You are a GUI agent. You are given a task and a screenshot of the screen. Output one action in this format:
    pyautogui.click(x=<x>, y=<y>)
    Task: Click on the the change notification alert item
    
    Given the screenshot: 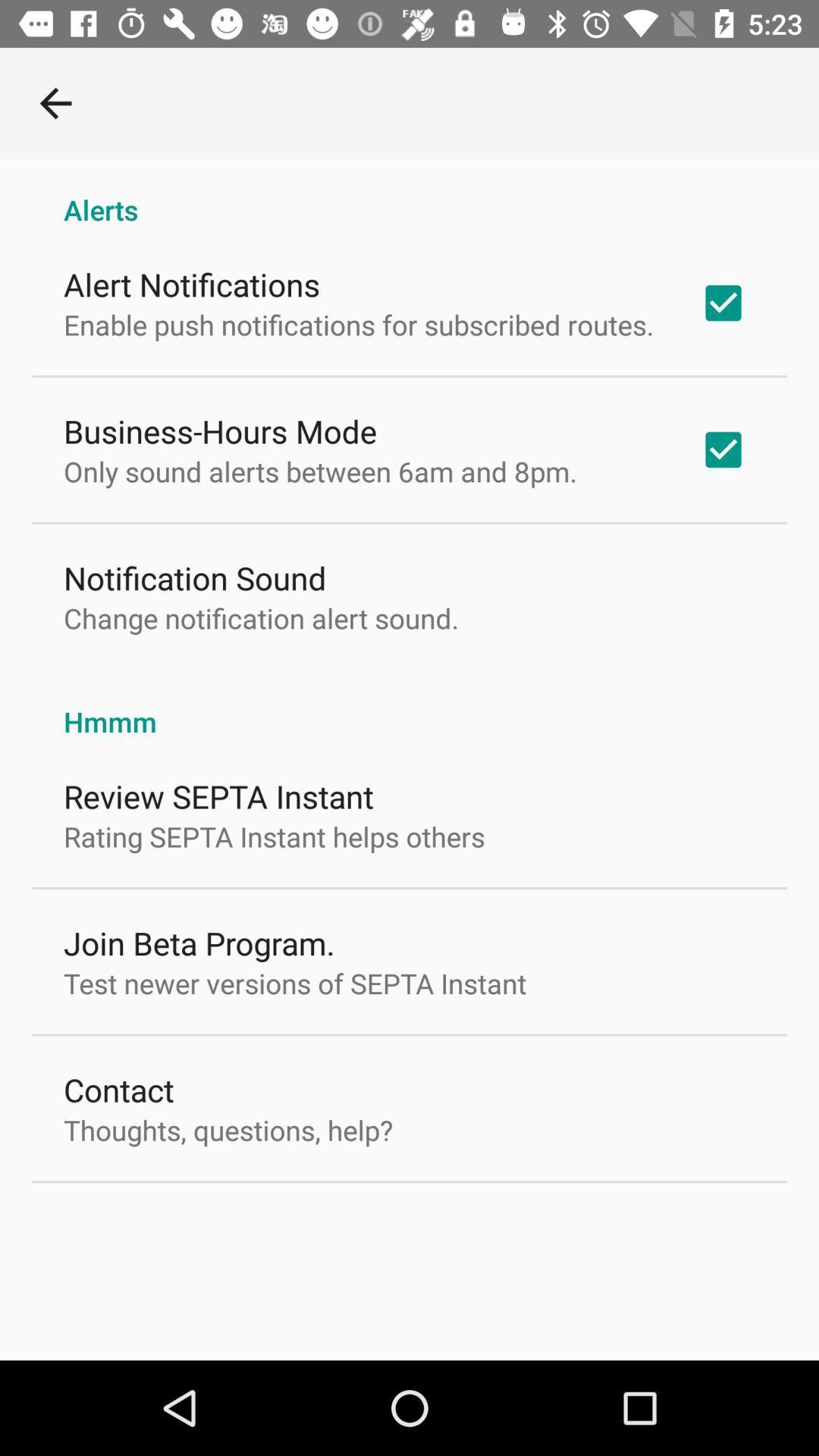 What is the action you would take?
    pyautogui.click(x=260, y=618)
    